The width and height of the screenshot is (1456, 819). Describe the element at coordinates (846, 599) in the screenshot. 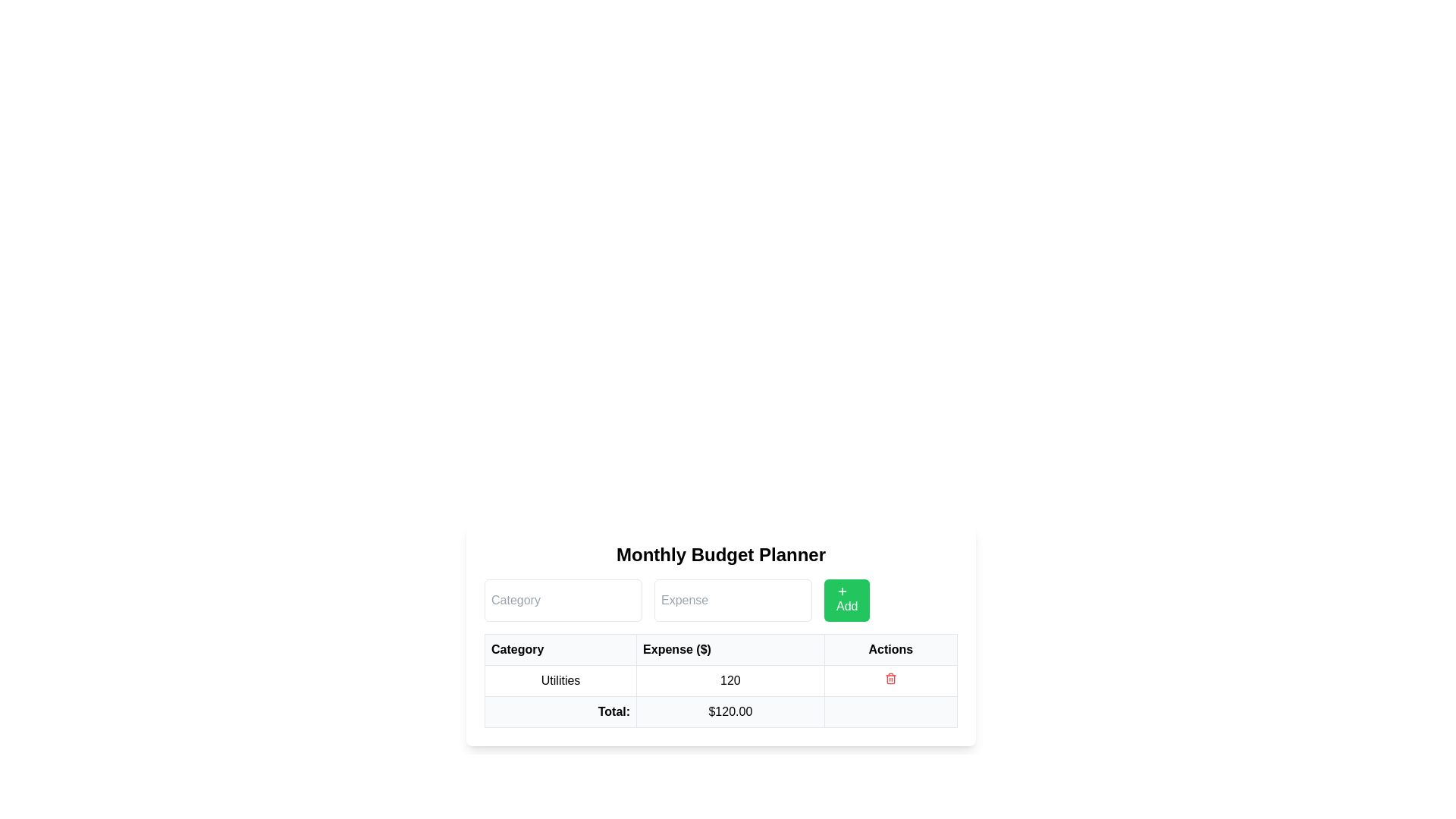

I see `the button that adds a new entry to the list of items displayed below, located in the top-right section of the form header above the grid table` at that location.